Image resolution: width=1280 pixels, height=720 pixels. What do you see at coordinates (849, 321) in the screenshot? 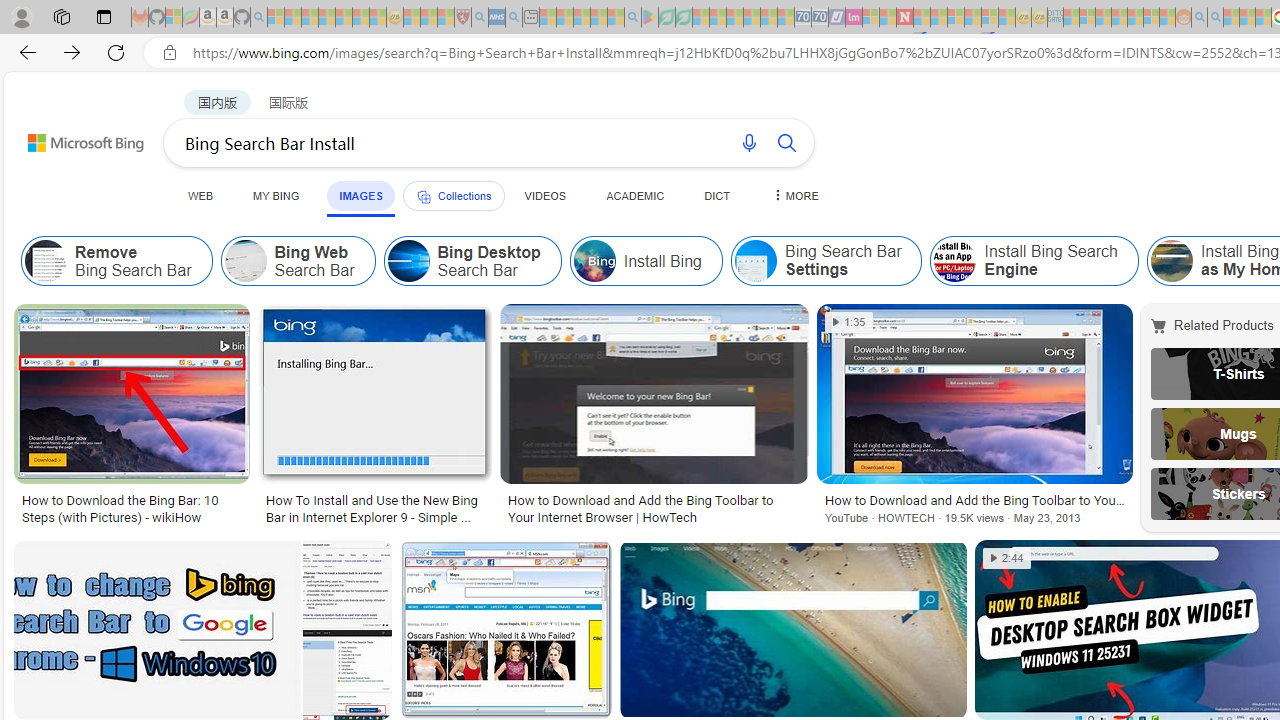
I see `'1:35'` at bounding box center [849, 321].